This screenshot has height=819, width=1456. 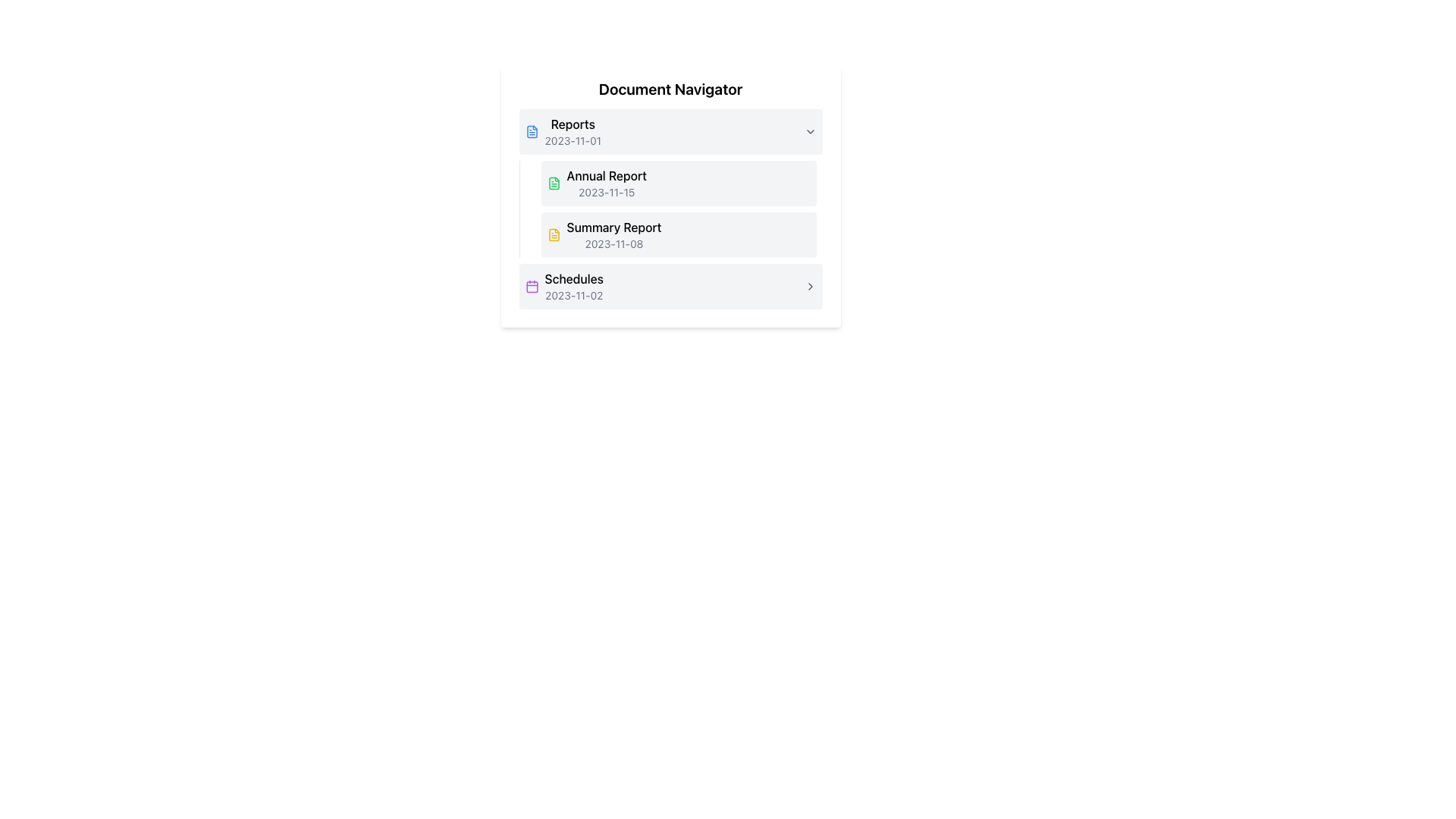 What do you see at coordinates (532, 130) in the screenshot?
I see `the file icon representing the 'Reports' label located in the 'Document Navigator' panel, positioned above other entries in the vertical list` at bounding box center [532, 130].